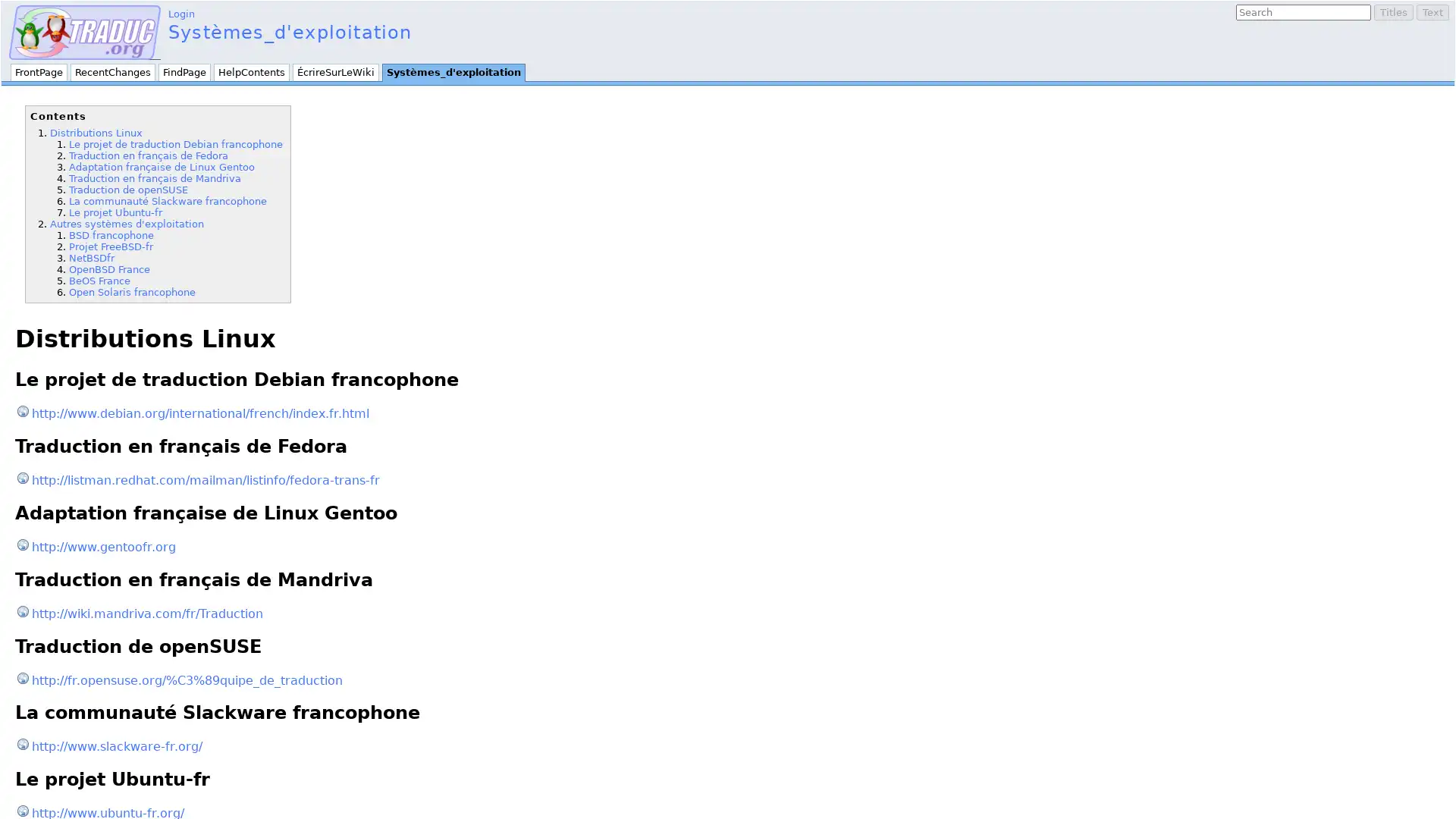 This screenshot has width=1456, height=819. Describe the element at coordinates (1432, 12) in the screenshot. I see `Text` at that location.